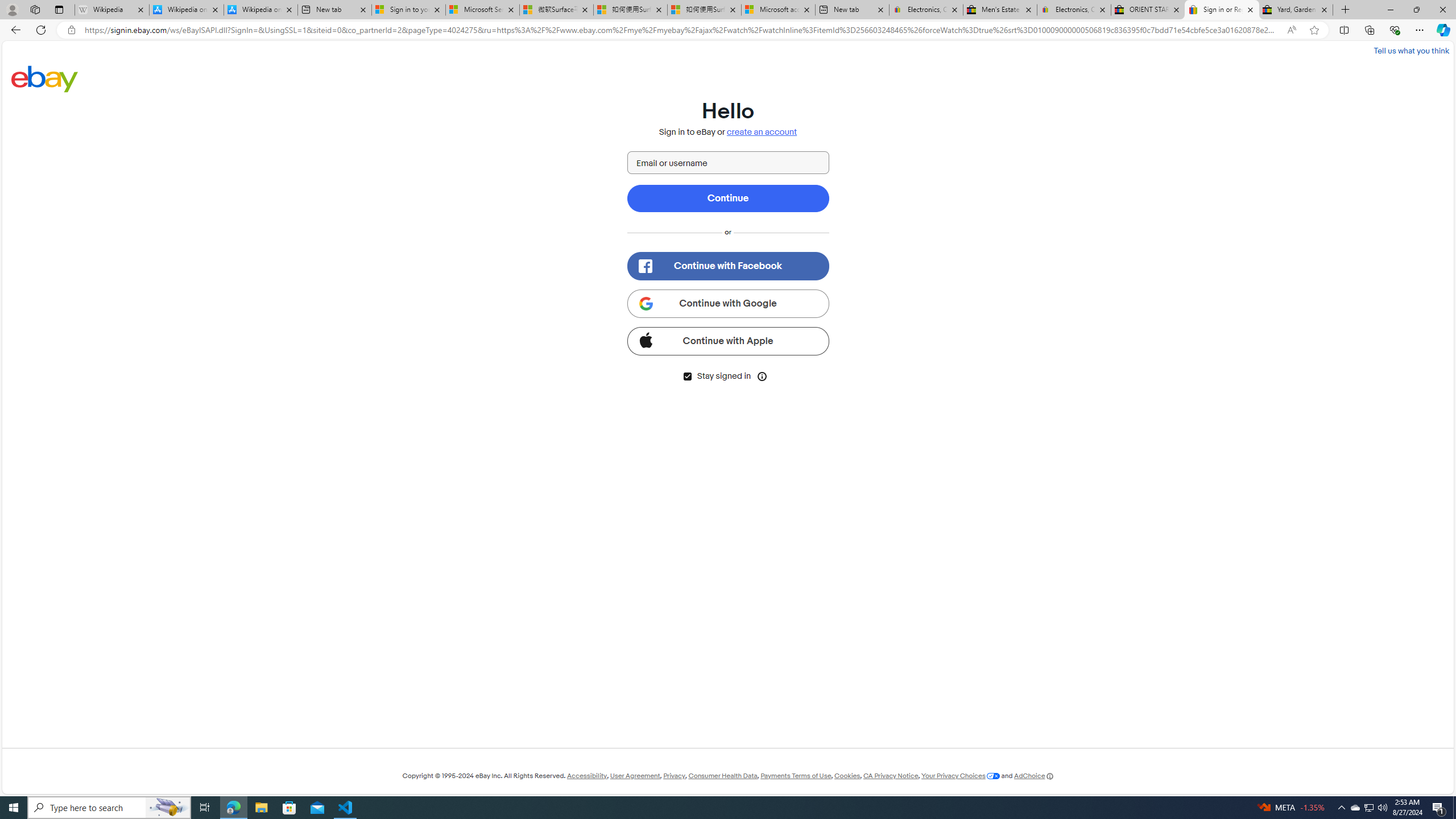 This screenshot has height=819, width=1456. What do you see at coordinates (763, 375) in the screenshot?
I see `'Class: icon-btn tooltip__host icon-btn--transparent'` at bounding box center [763, 375].